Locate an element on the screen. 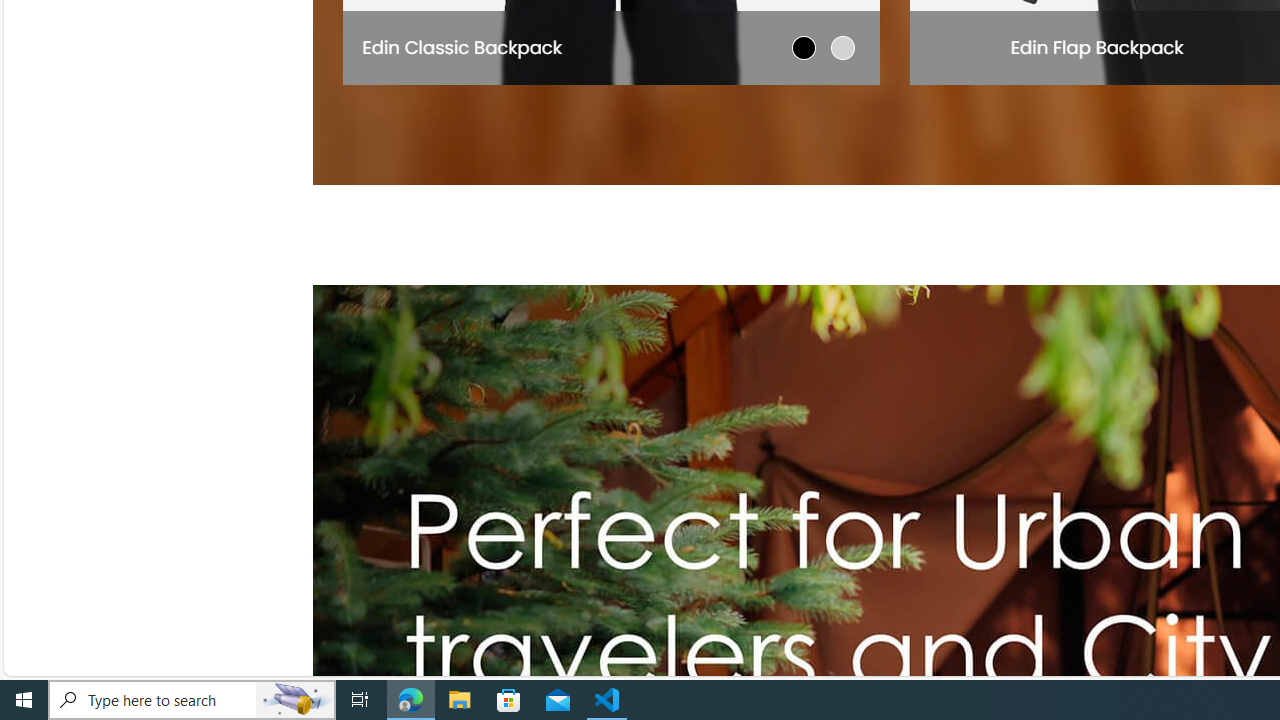  'Search highlights icon opens search home window' is located at coordinates (294, 698).